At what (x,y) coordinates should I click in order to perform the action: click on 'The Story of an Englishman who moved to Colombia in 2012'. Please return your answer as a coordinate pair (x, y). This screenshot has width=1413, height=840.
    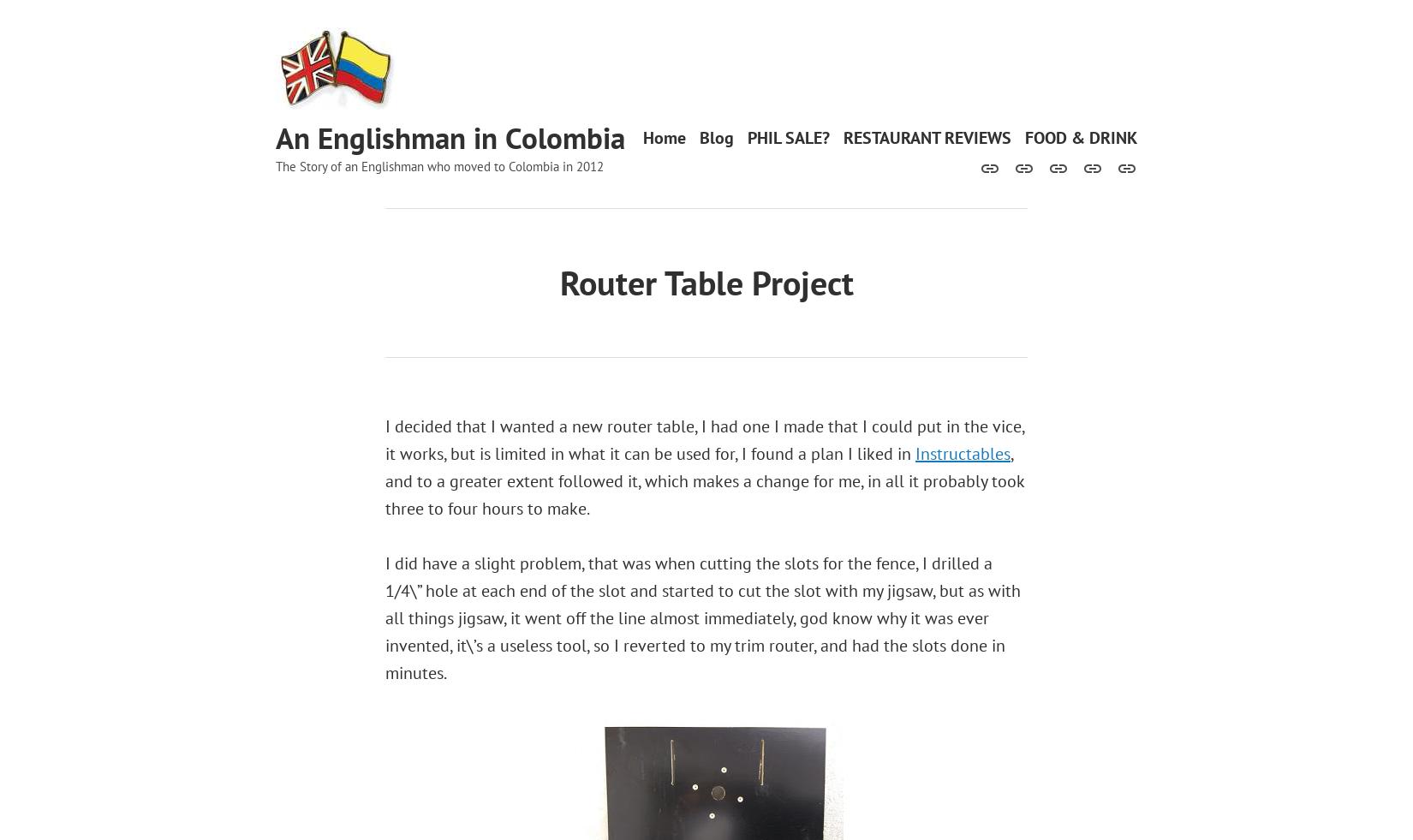
    Looking at the image, I should click on (438, 164).